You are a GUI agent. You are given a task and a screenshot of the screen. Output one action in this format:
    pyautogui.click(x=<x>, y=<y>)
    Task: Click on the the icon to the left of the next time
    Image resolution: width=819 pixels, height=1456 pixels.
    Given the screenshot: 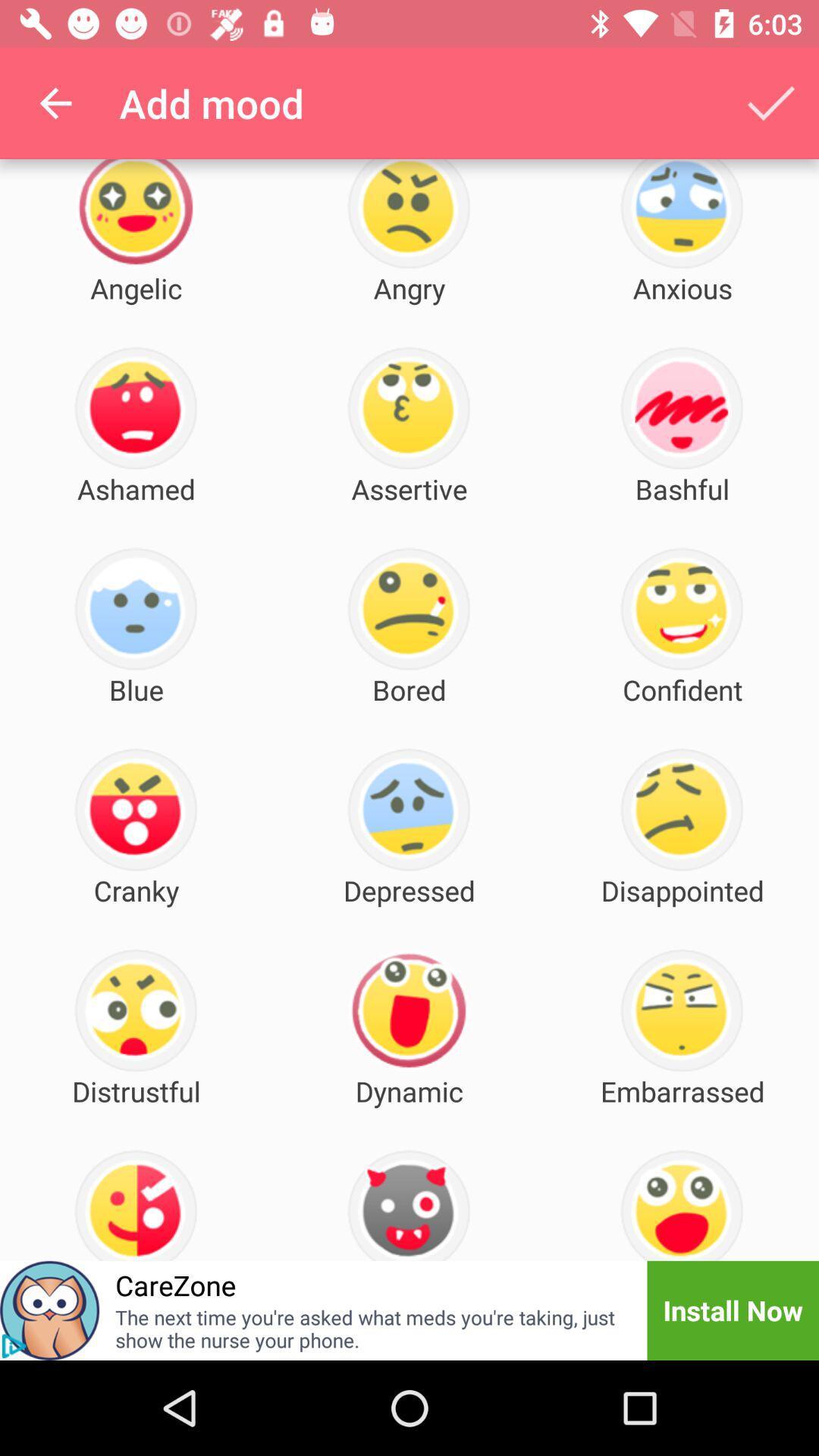 What is the action you would take?
    pyautogui.click(x=14, y=1346)
    